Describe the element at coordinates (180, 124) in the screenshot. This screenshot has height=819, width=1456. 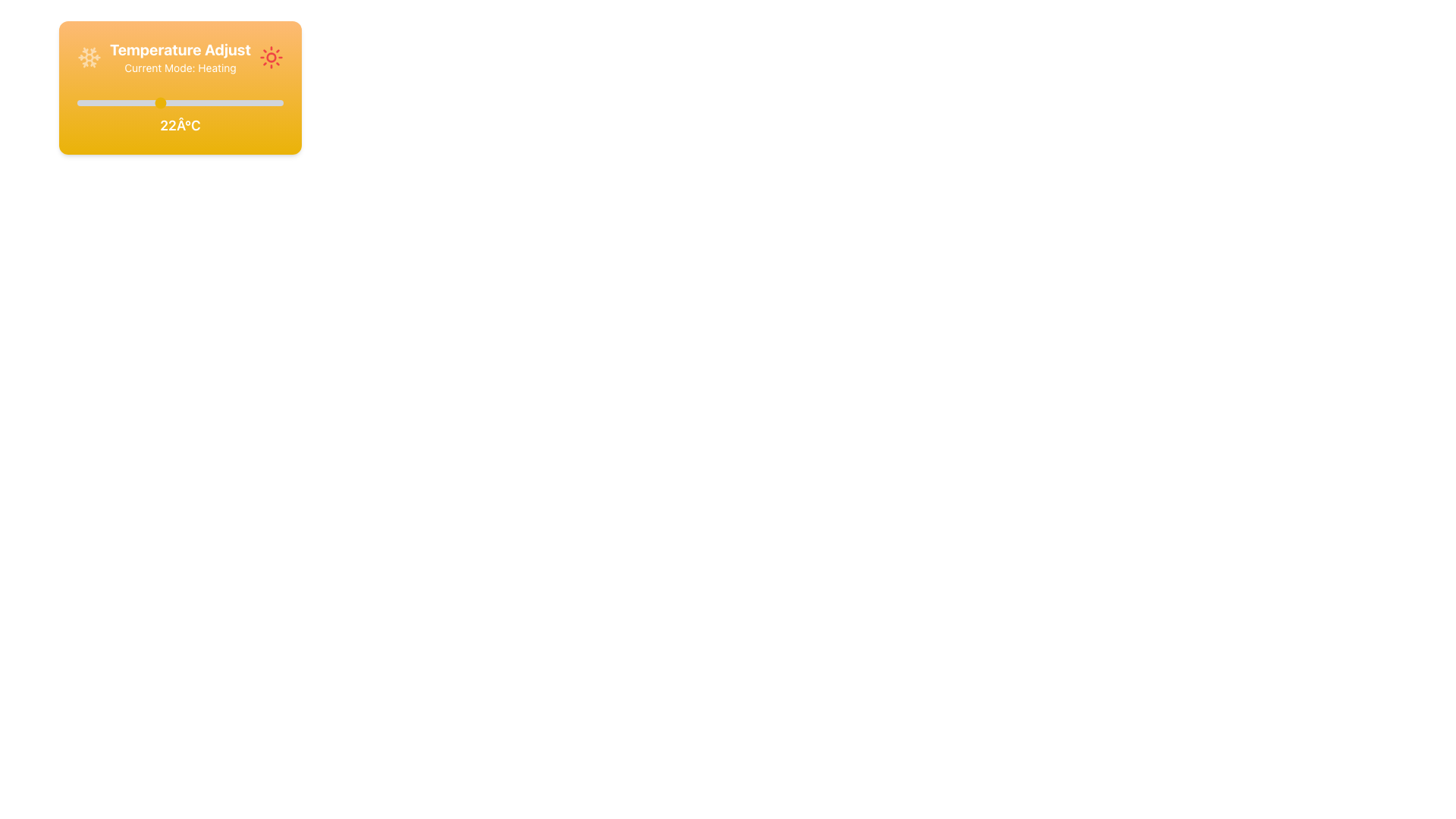
I see `the text label displaying '22Â°C' in bold and large style, which is centrally positioned below the slider control within the yellow card interface` at that location.